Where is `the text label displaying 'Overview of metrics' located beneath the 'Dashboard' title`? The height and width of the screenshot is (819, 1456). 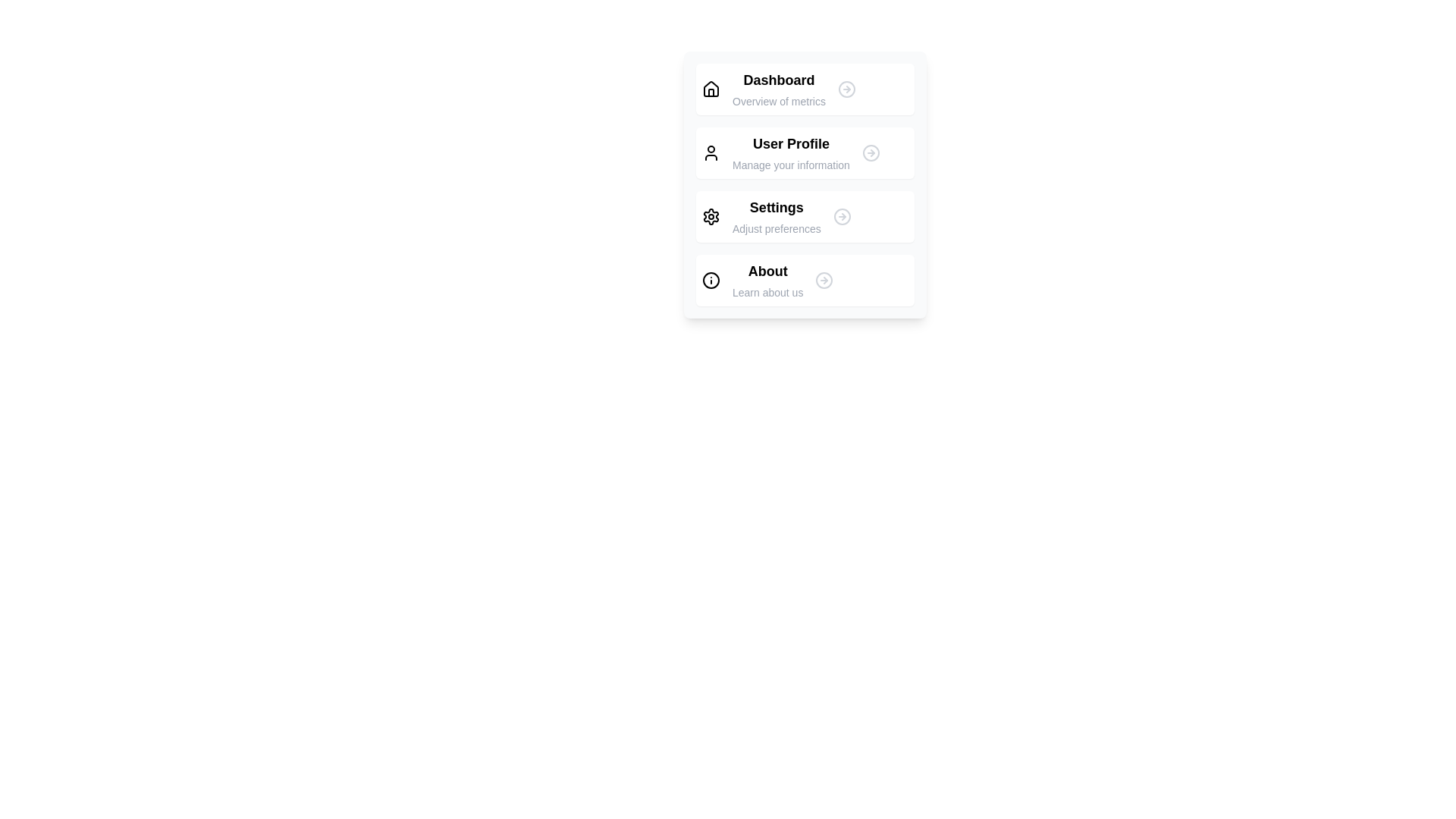 the text label displaying 'Overview of metrics' located beneath the 'Dashboard' title is located at coordinates (779, 102).